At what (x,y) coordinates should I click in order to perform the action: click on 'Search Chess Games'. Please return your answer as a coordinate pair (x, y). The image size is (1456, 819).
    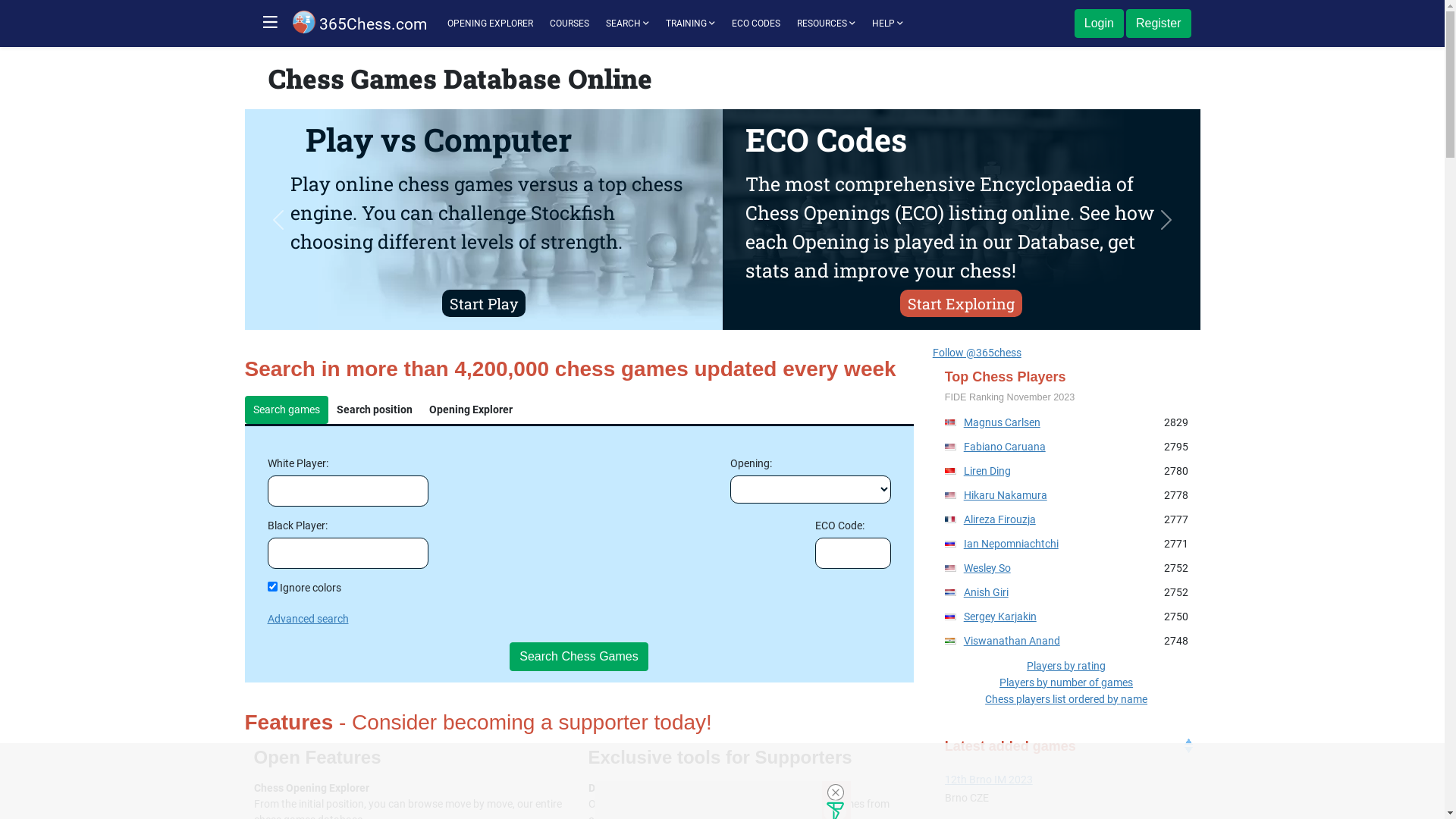
    Looking at the image, I should click on (578, 656).